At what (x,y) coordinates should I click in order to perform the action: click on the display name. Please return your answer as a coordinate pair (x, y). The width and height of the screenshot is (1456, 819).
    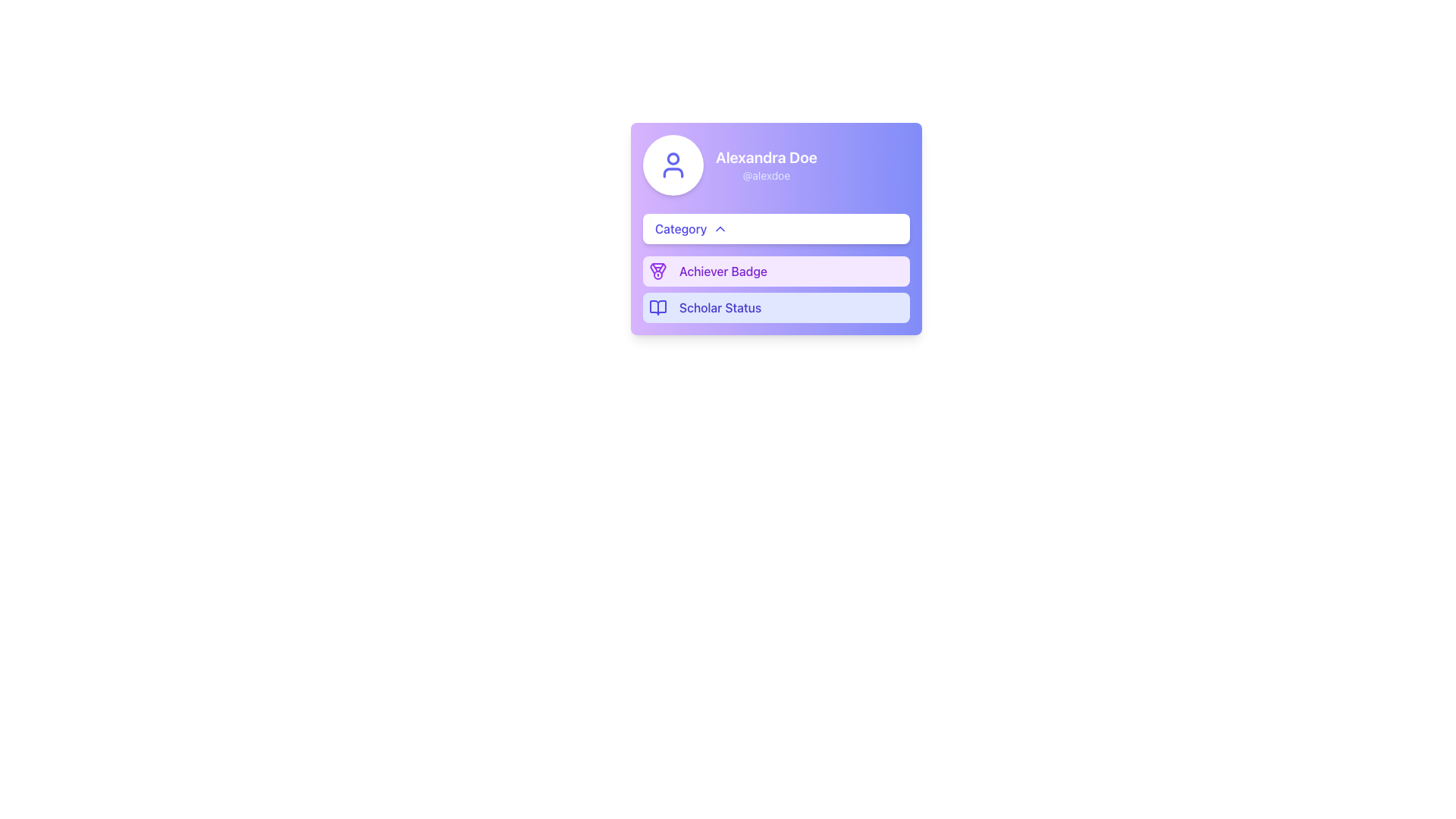
    Looking at the image, I should click on (765, 165).